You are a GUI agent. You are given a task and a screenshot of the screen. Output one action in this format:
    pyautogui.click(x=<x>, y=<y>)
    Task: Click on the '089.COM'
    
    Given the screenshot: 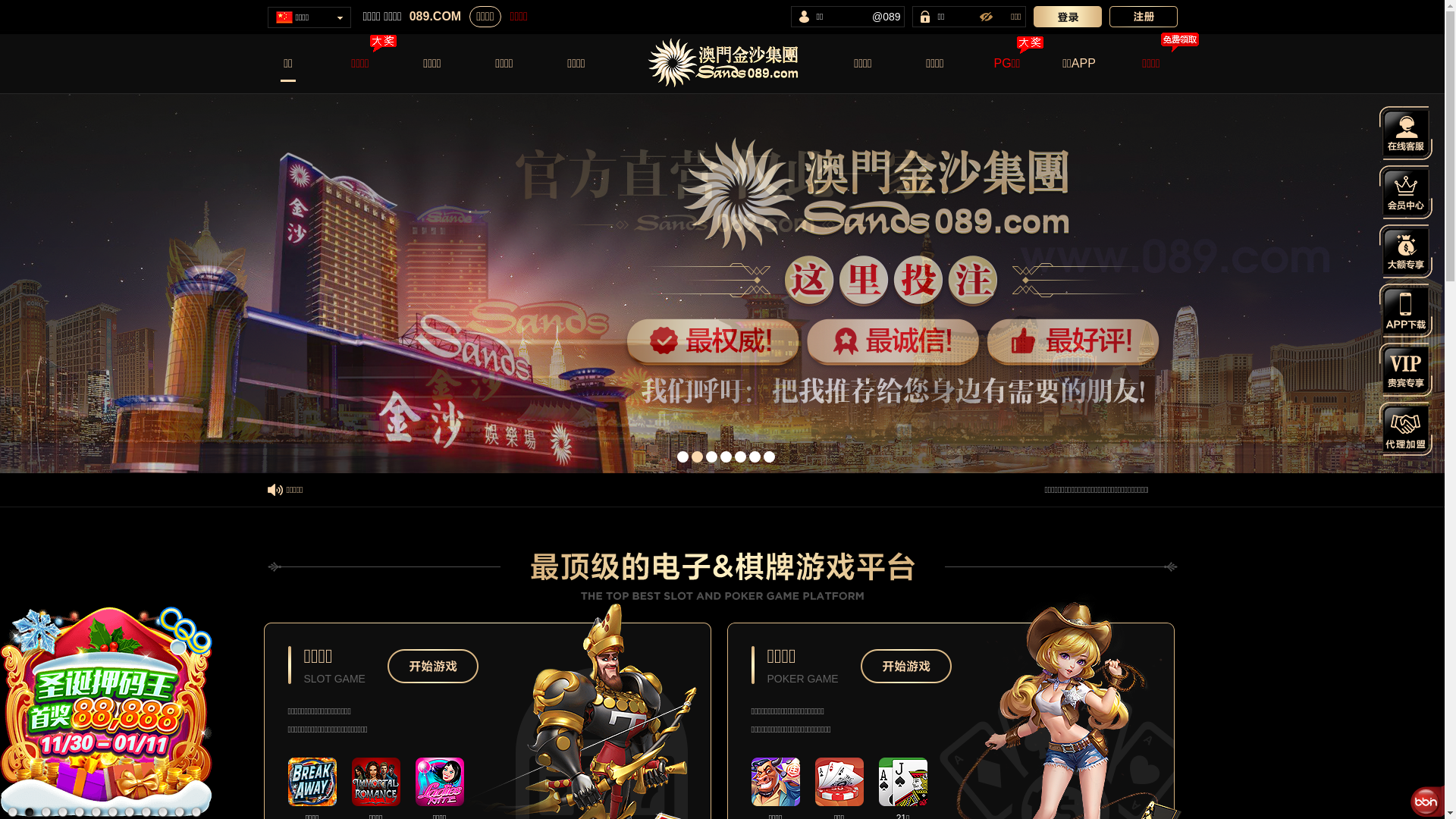 What is the action you would take?
    pyautogui.click(x=435, y=17)
    